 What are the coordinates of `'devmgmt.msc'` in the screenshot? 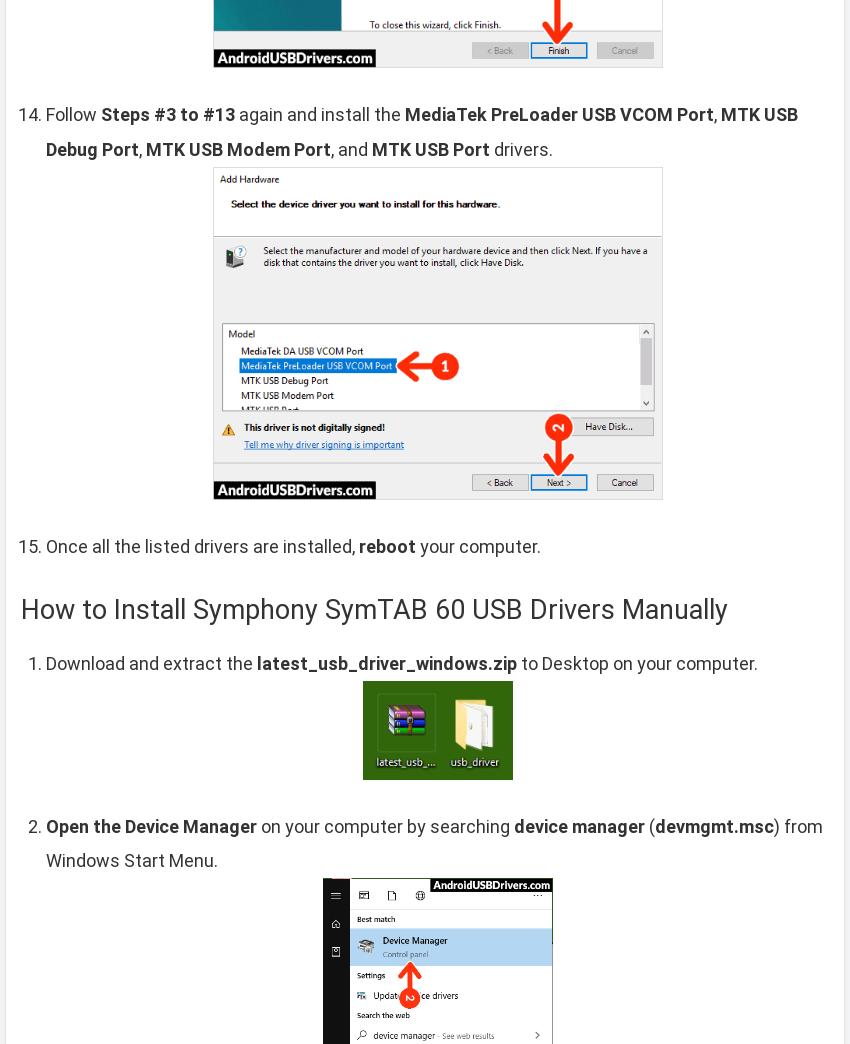 It's located at (713, 824).